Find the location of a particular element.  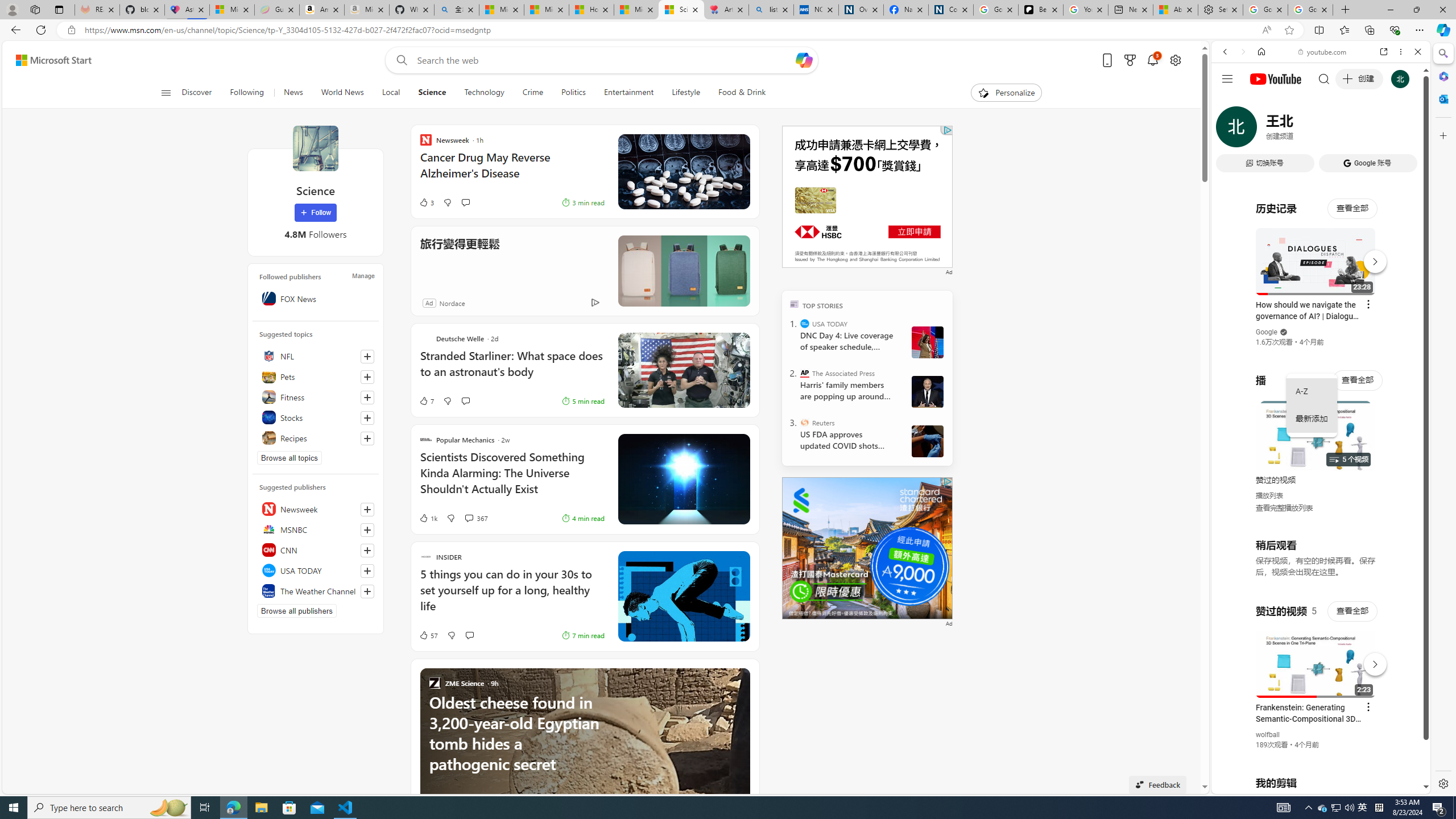

'Class: button-glyph' is located at coordinates (165, 92).